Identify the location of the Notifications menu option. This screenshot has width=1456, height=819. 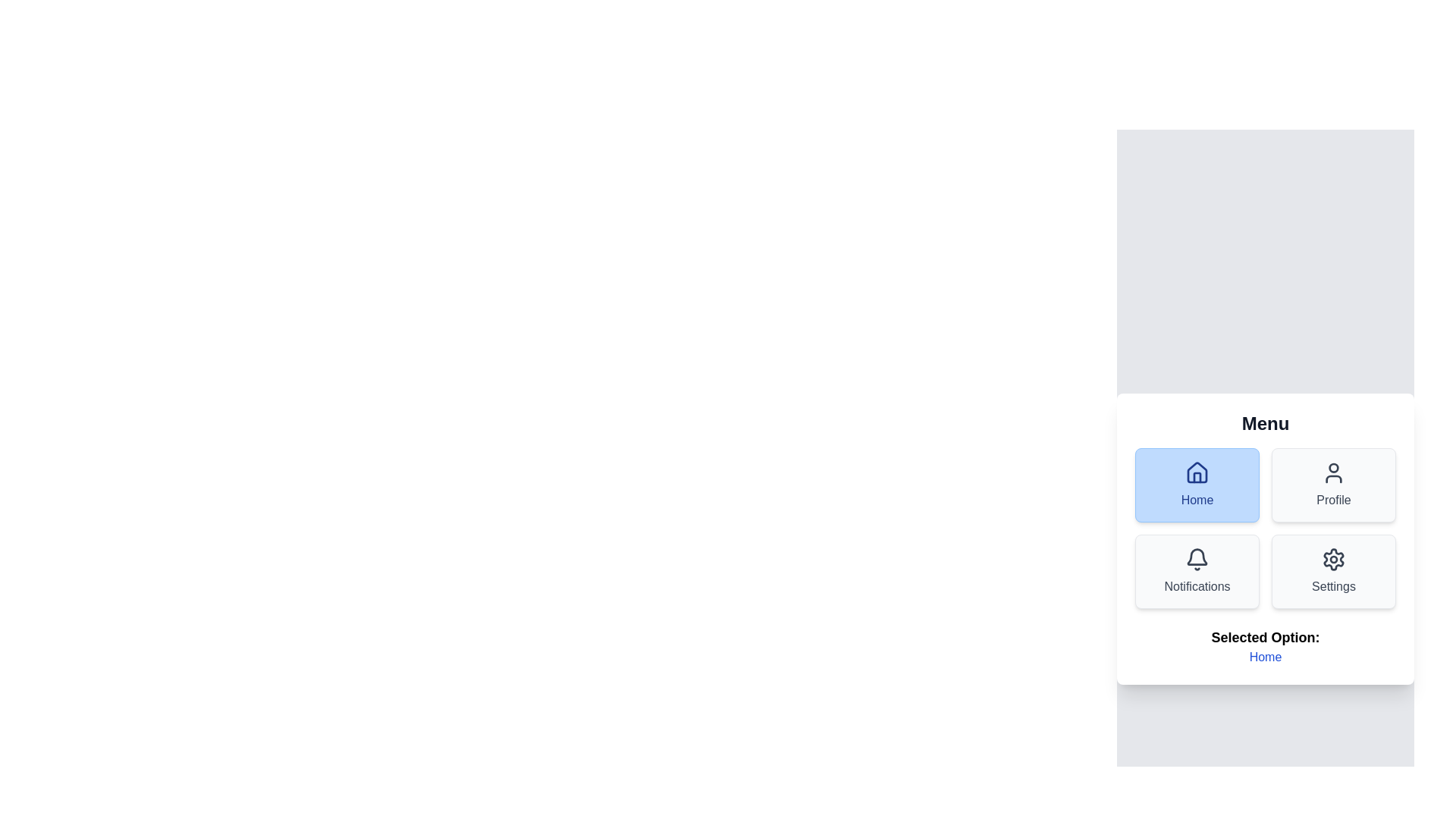
(1197, 571).